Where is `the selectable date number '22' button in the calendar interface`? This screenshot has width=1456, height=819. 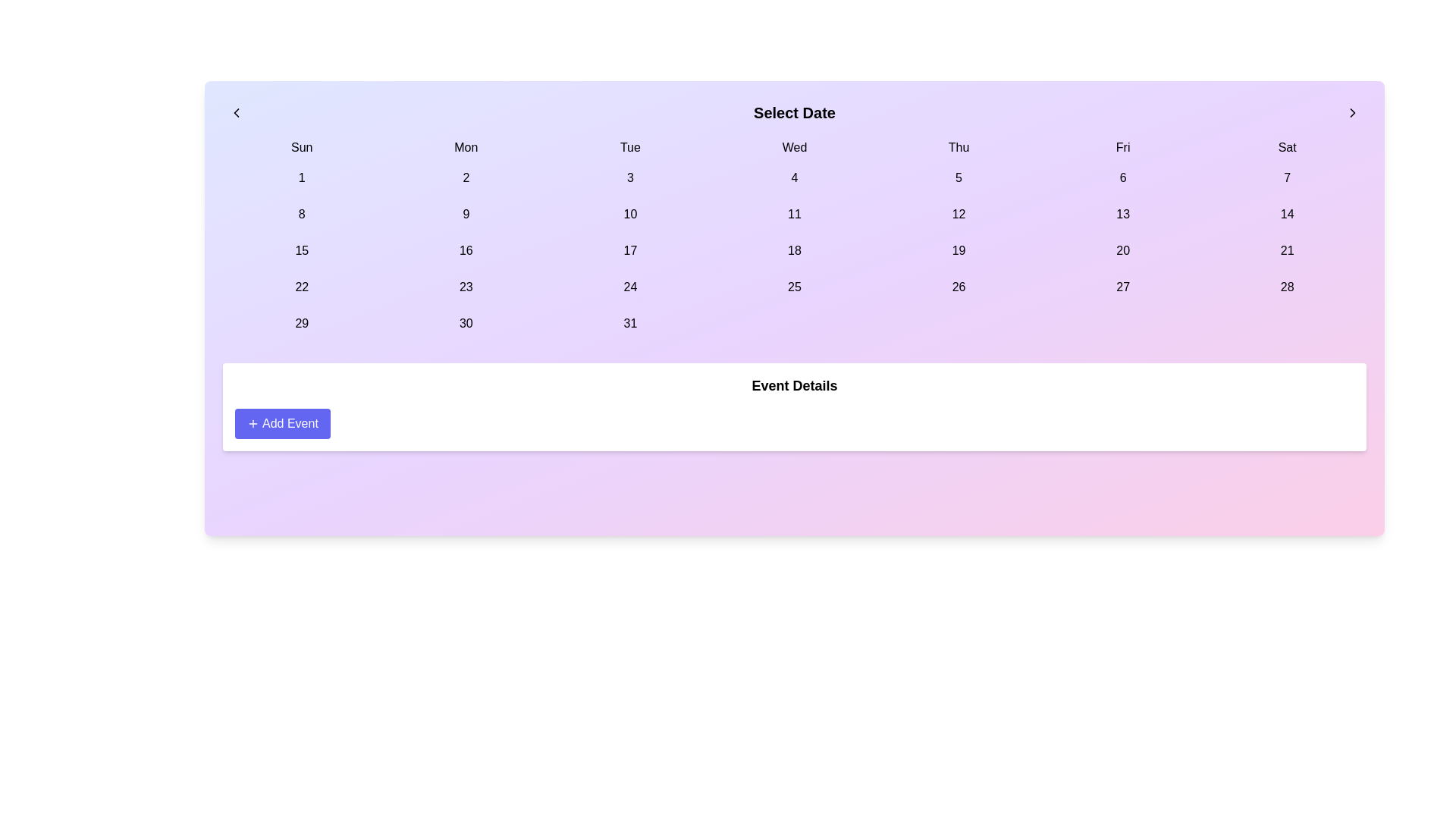 the selectable date number '22' button in the calendar interface is located at coordinates (302, 287).